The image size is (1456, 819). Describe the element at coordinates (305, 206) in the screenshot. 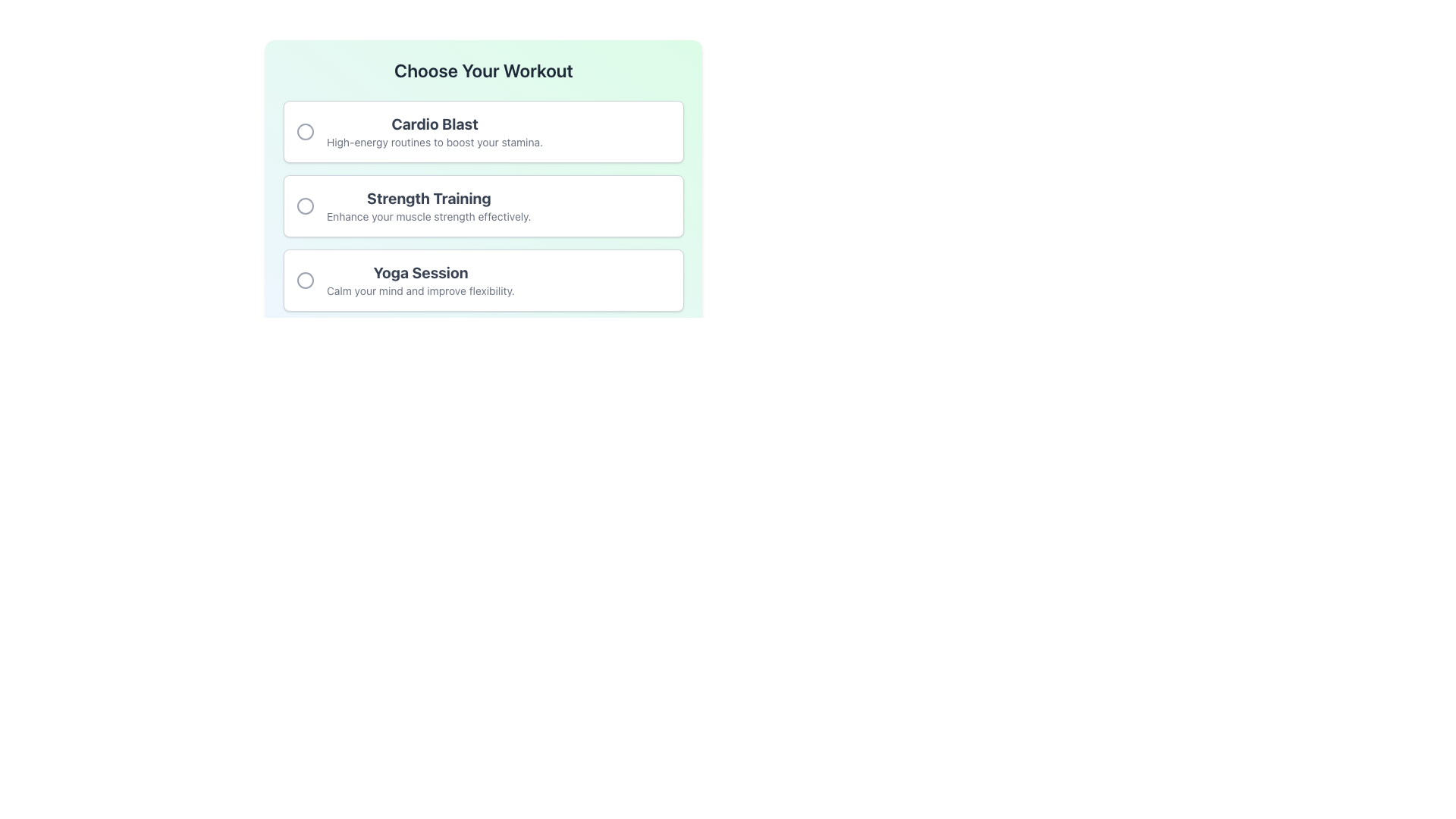

I see `the radio button icon for 'Strength Training'` at that location.